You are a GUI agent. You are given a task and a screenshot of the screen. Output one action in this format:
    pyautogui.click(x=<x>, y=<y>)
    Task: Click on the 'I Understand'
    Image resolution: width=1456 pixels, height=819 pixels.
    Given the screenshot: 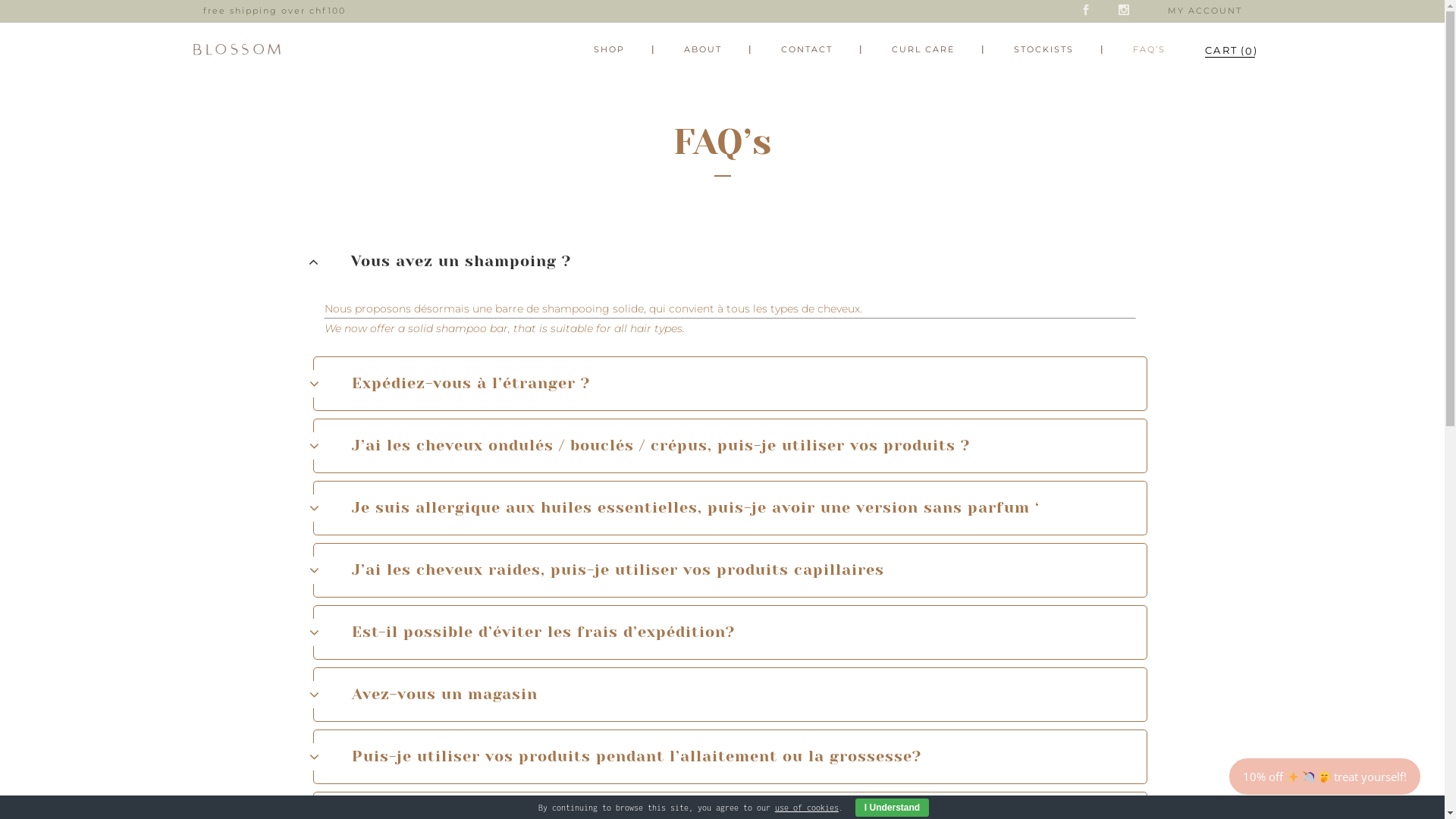 What is the action you would take?
    pyautogui.click(x=892, y=806)
    